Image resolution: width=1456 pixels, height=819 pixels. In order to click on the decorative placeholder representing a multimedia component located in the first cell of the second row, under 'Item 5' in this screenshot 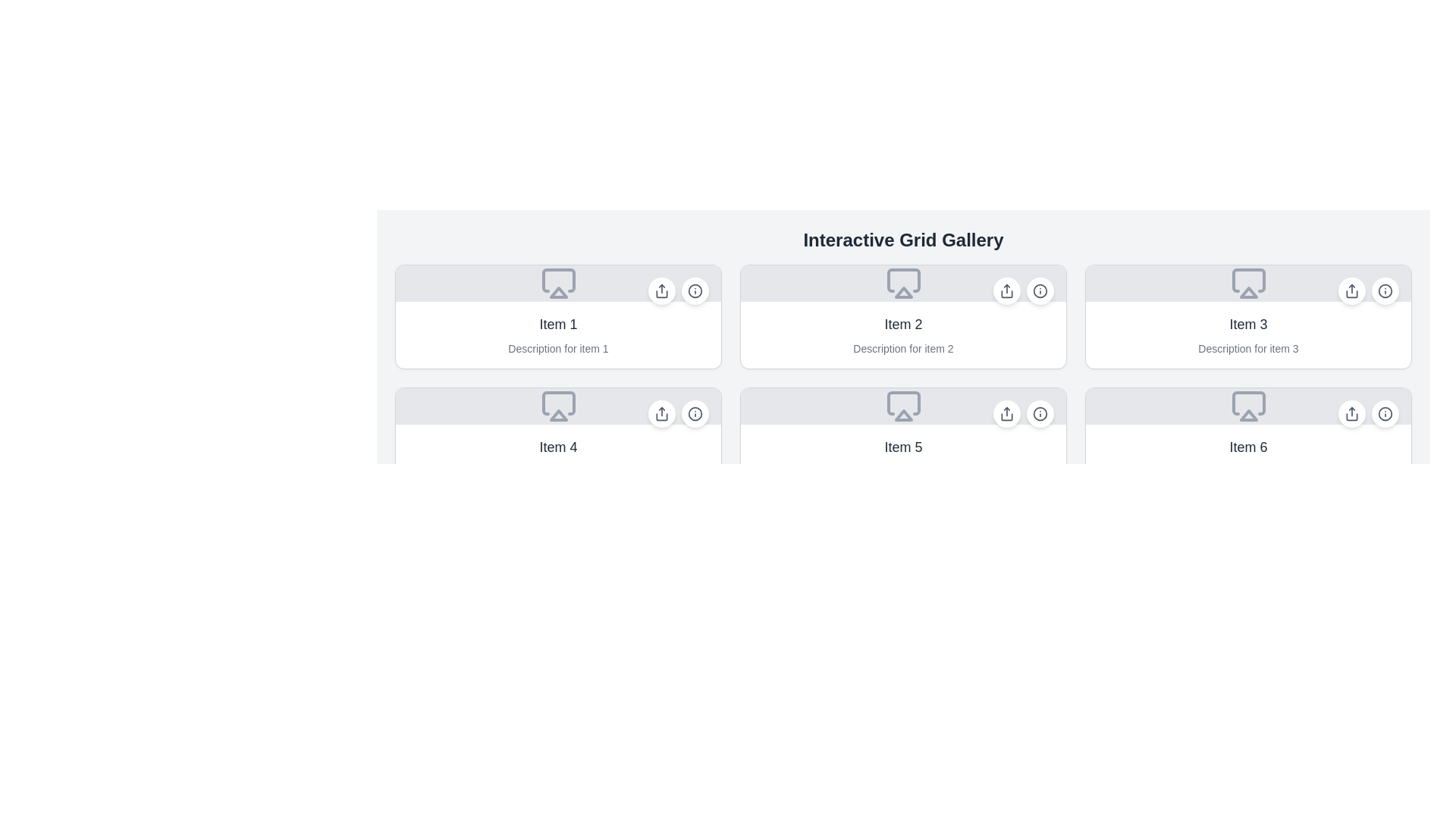, I will do `click(903, 406)`.